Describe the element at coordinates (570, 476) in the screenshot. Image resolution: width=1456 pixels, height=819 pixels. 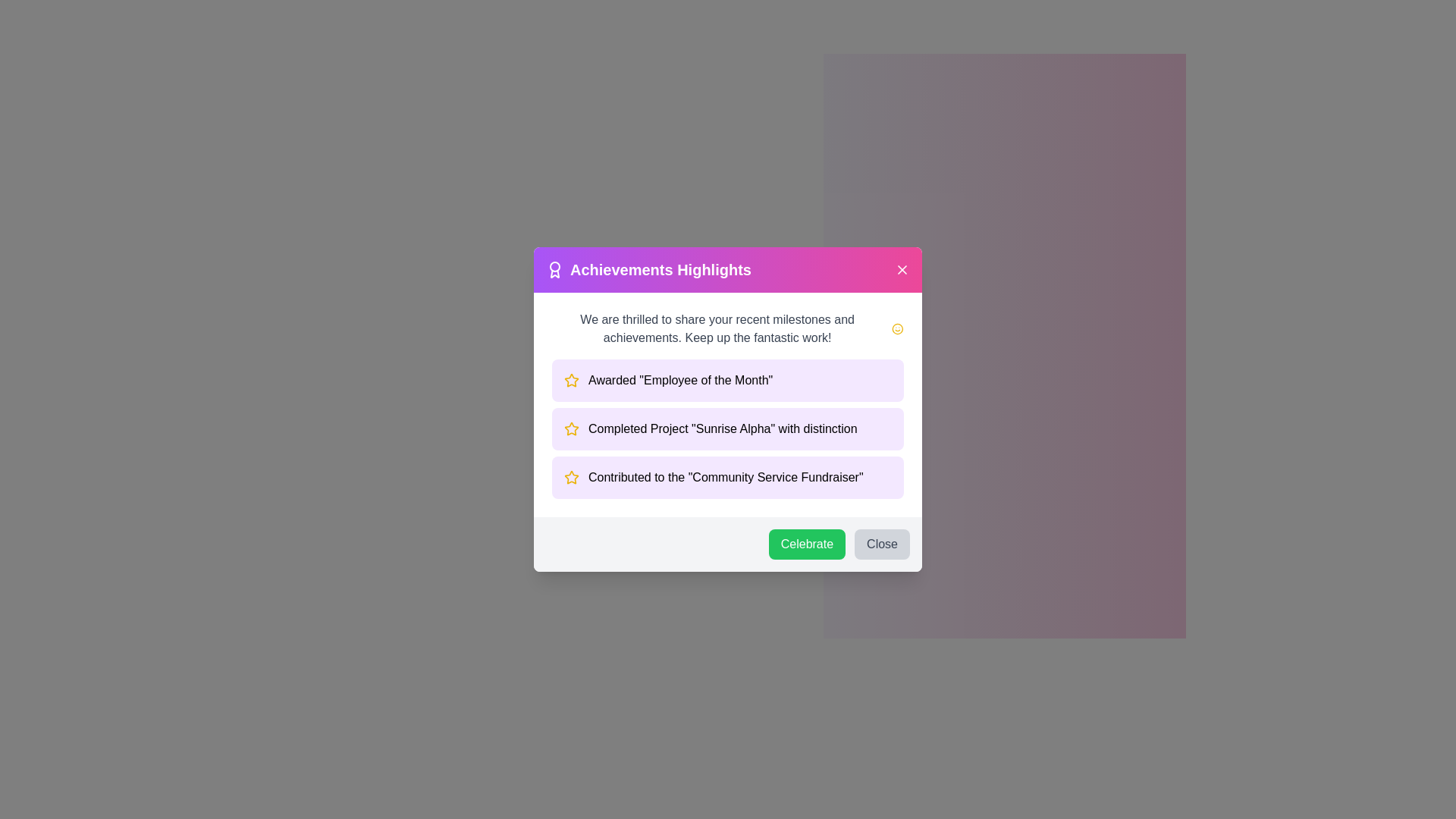
I see `the star icon that denotes achievement in the contribution record for 'Community Service Fundraiser'` at that location.